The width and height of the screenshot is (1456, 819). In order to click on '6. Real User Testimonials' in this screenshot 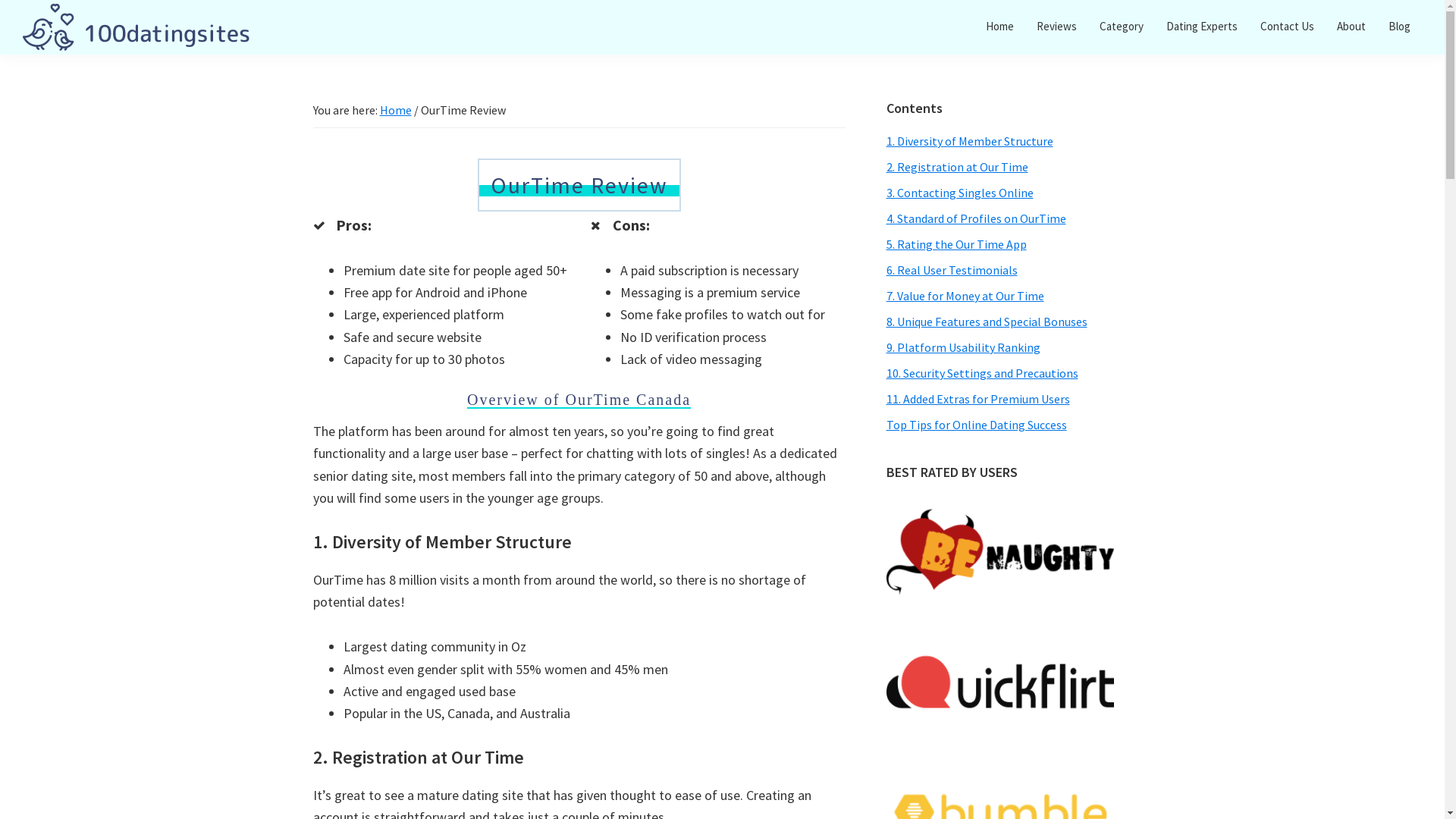, I will do `click(950, 268)`.